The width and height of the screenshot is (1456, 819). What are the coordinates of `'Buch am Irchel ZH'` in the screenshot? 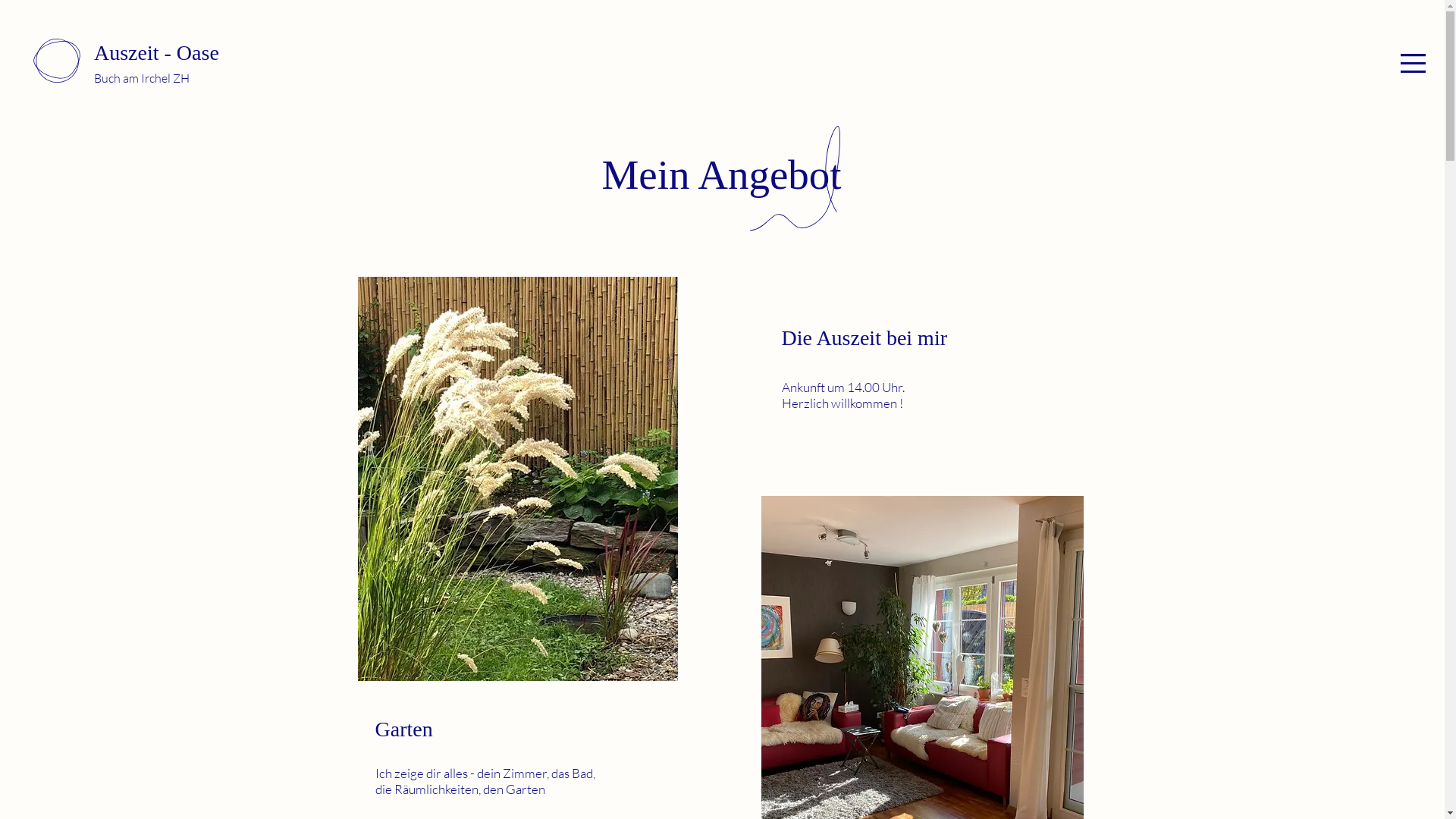 It's located at (93, 78).